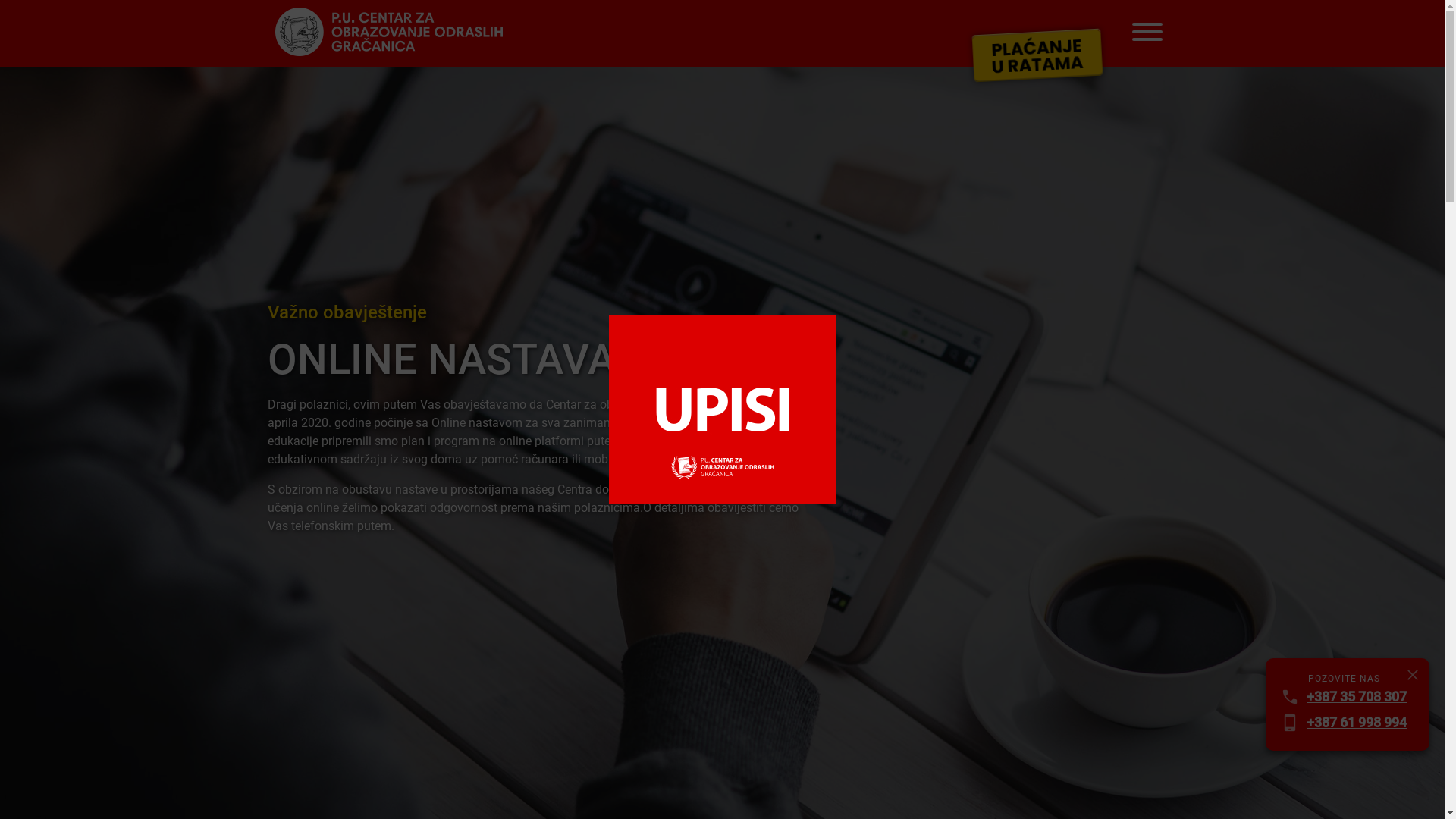 This screenshot has height=819, width=1456. What do you see at coordinates (539, 359) in the screenshot?
I see `'ONLINE NASTAVA'` at bounding box center [539, 359].